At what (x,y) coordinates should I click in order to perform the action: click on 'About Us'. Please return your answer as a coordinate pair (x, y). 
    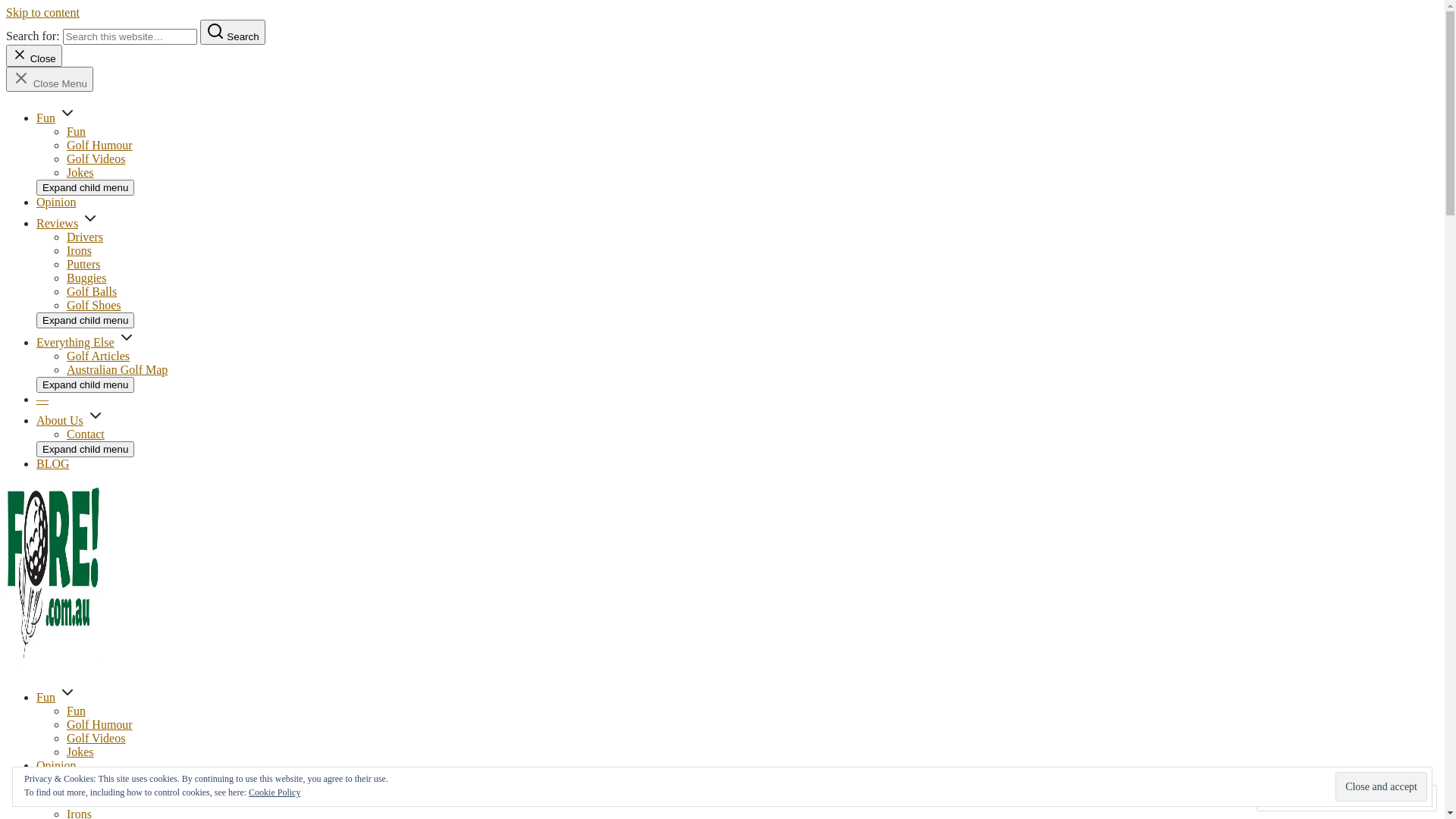
    Looking at the image, I should click on (36, 420).